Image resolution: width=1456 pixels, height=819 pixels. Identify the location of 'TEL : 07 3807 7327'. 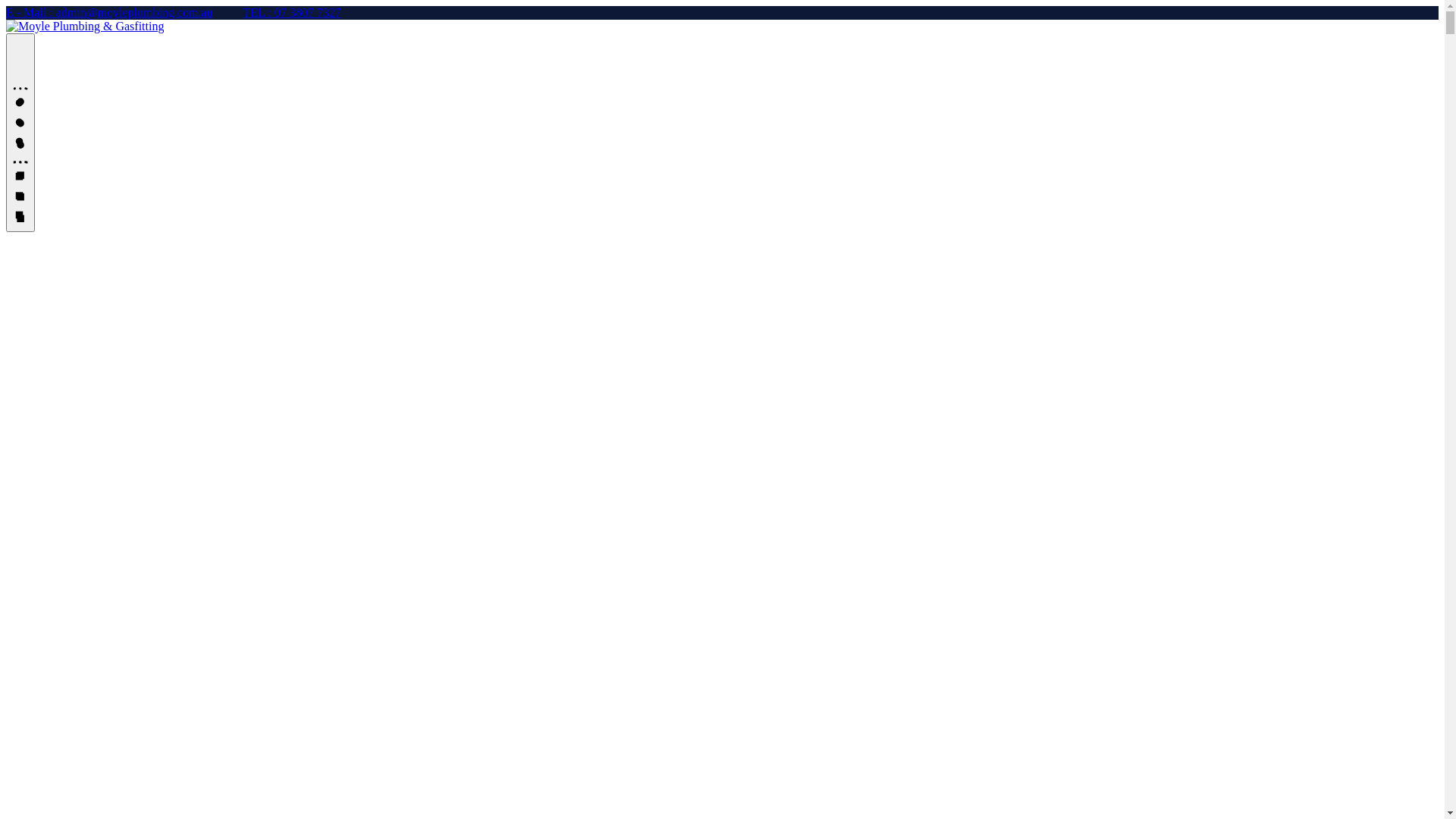
(243, 12).